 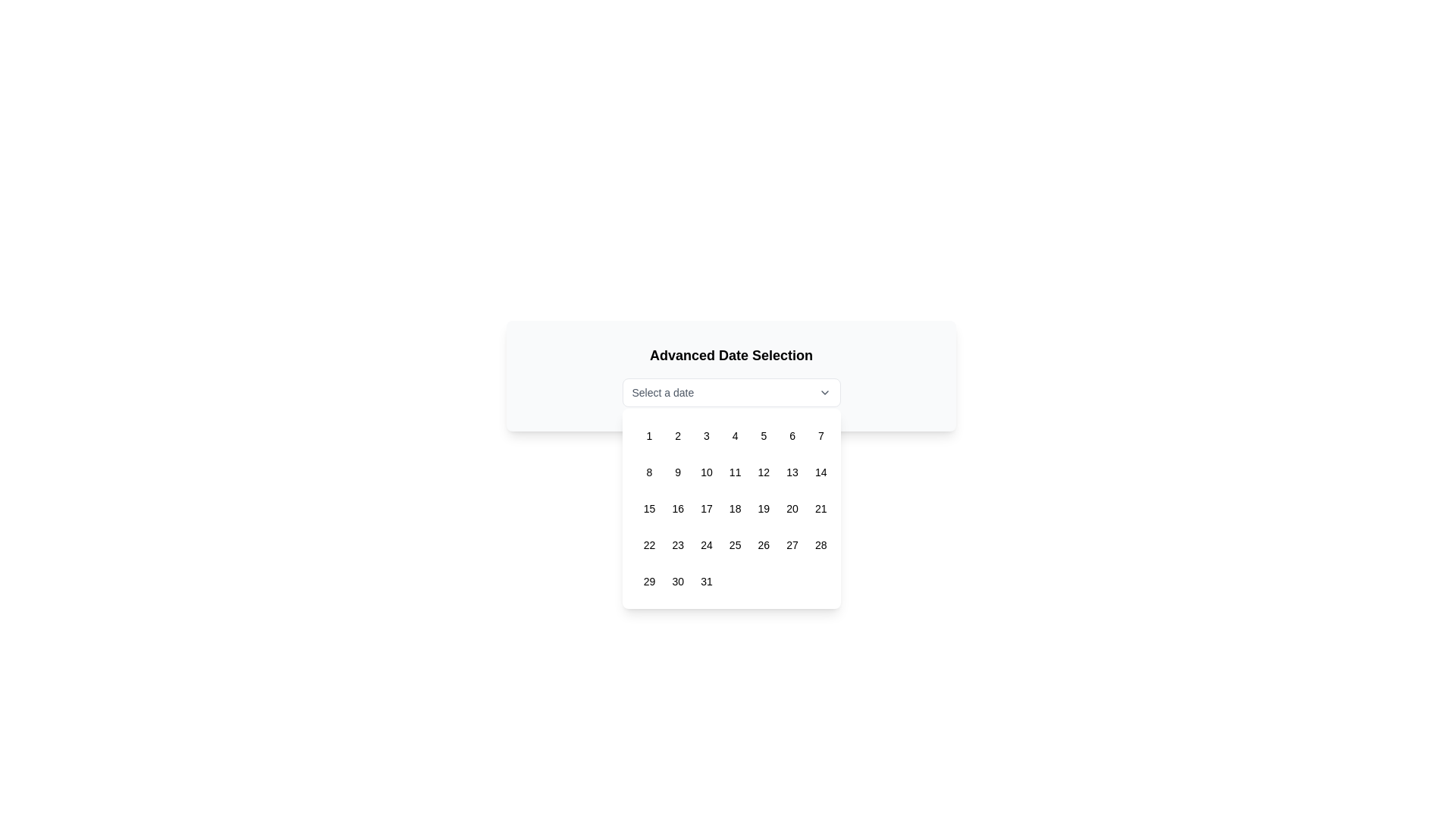 What do you see at coordinates (649, 581) in the screenshot?
I see `the interactive calendar day button for the 29th day of the month` at bounding box center [649, 581].